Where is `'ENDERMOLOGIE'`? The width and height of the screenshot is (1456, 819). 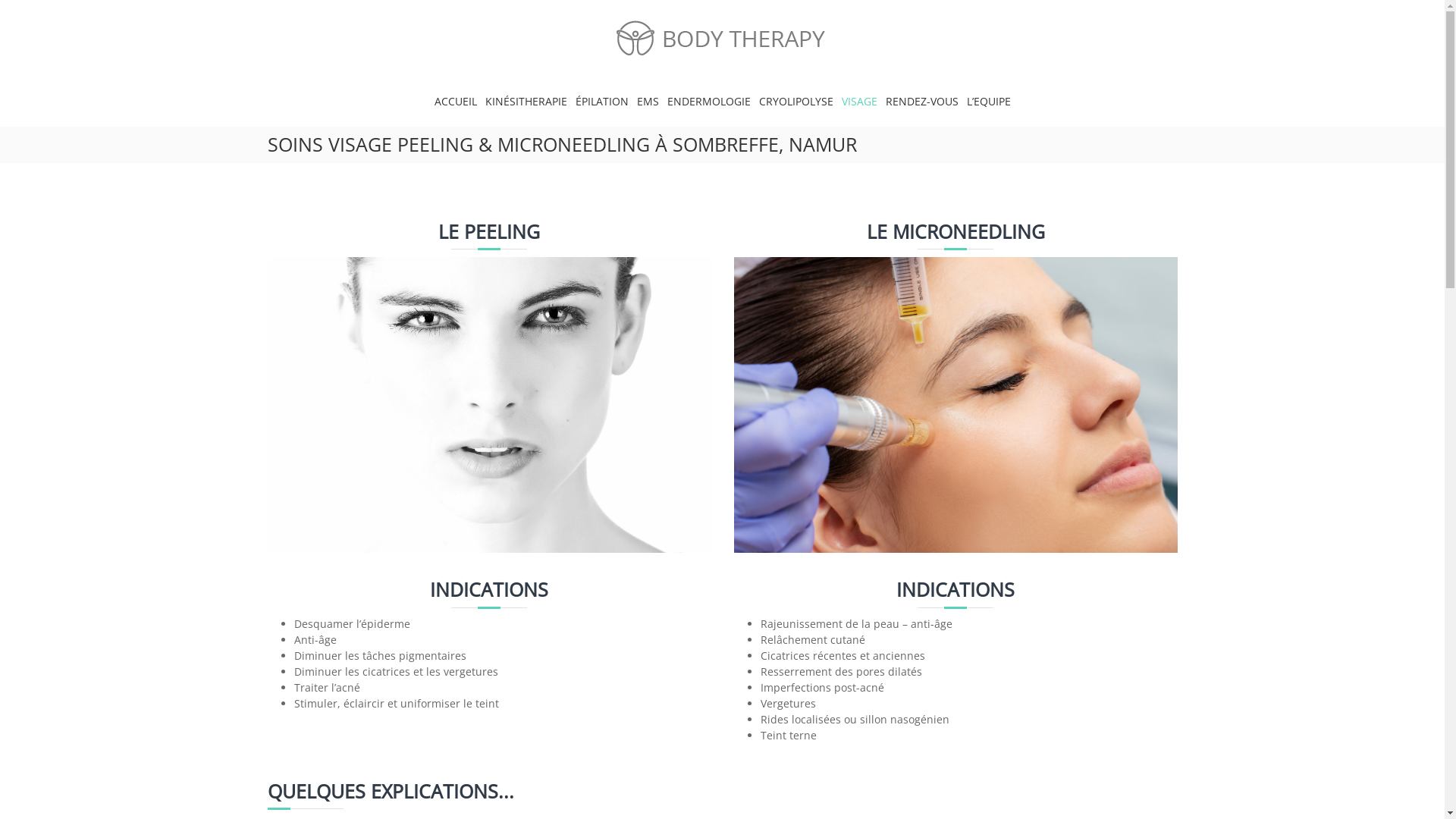
'ENDERMOLOGIE' is located at coordinates (708, 101).